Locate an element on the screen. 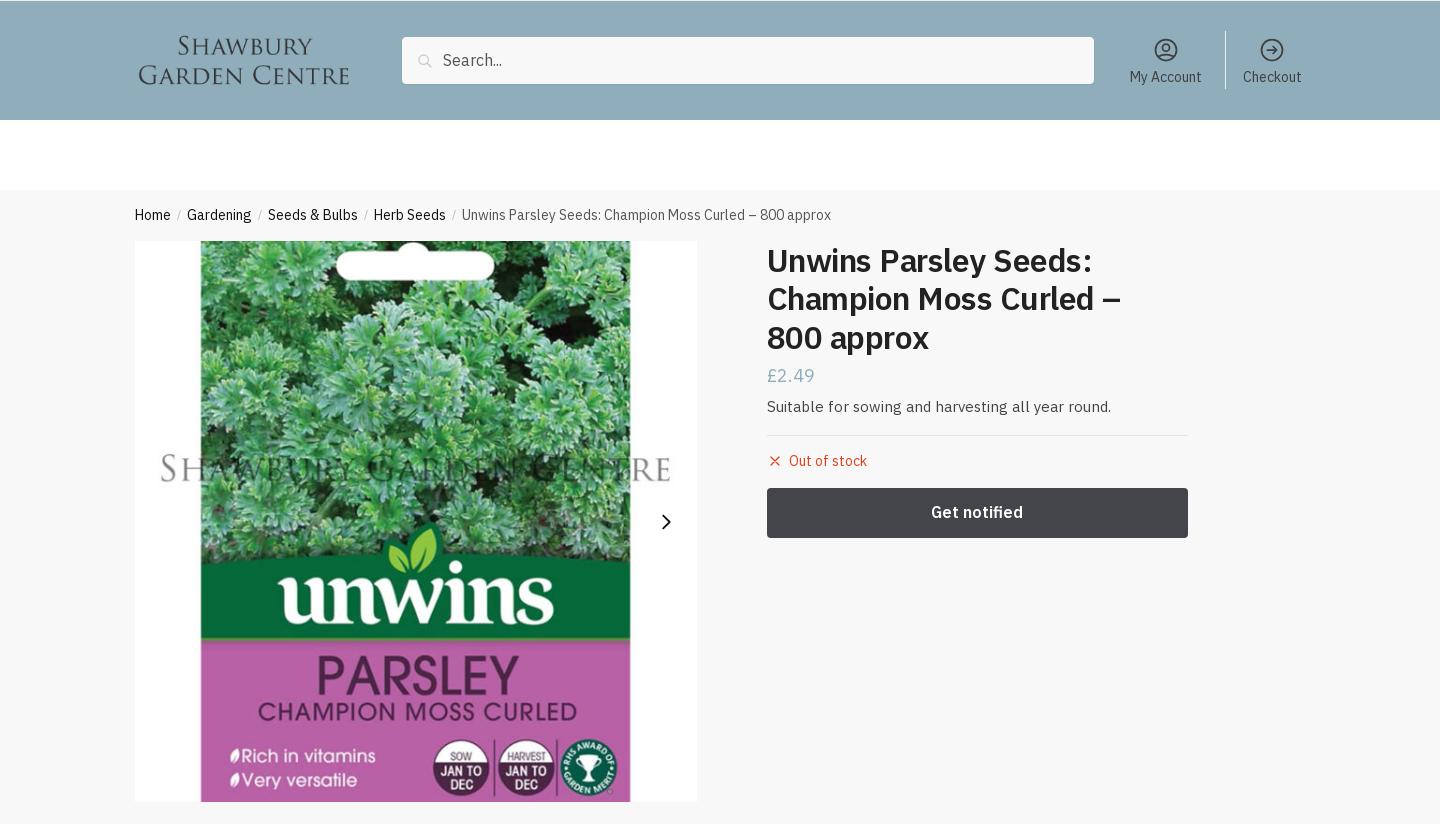  'Coal, Logs & Kindling' is located at coordinates (957, 29).